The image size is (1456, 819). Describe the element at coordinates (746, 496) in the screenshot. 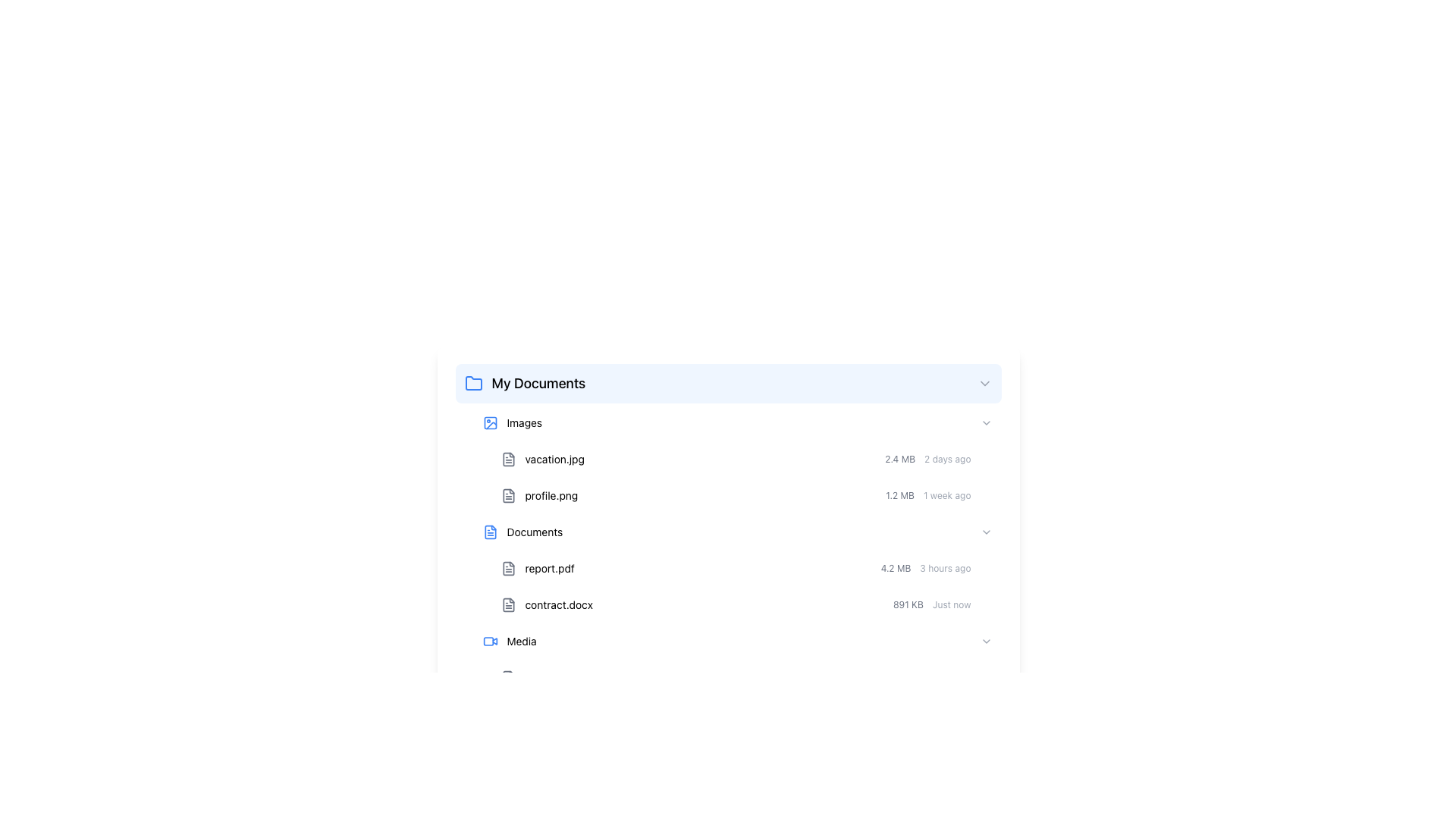

I see `the 'profile.png' file item` at that location.